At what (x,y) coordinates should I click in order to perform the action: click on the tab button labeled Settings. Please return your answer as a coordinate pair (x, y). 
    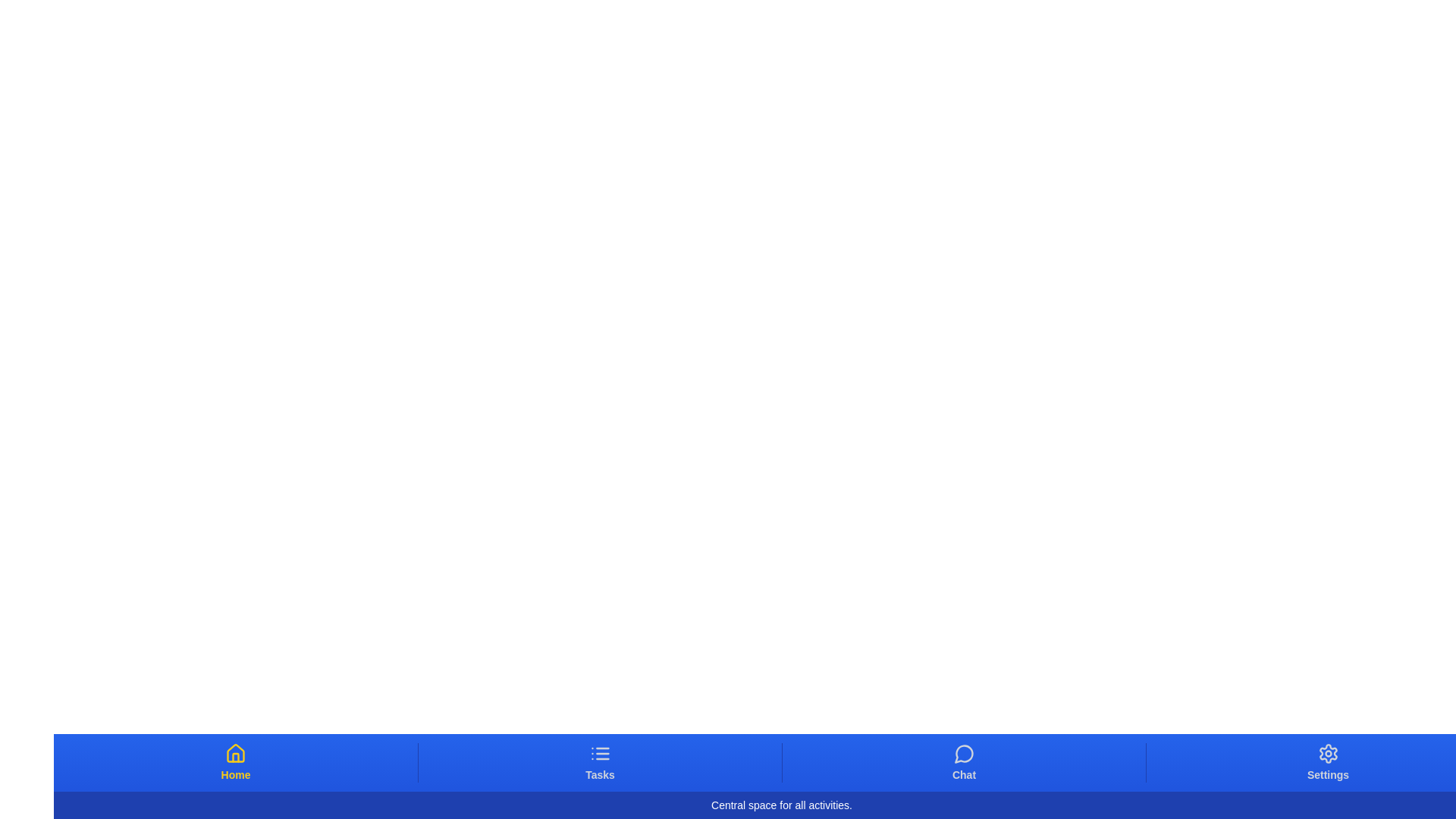
    Looking at the image, I should click on (1327, 763).